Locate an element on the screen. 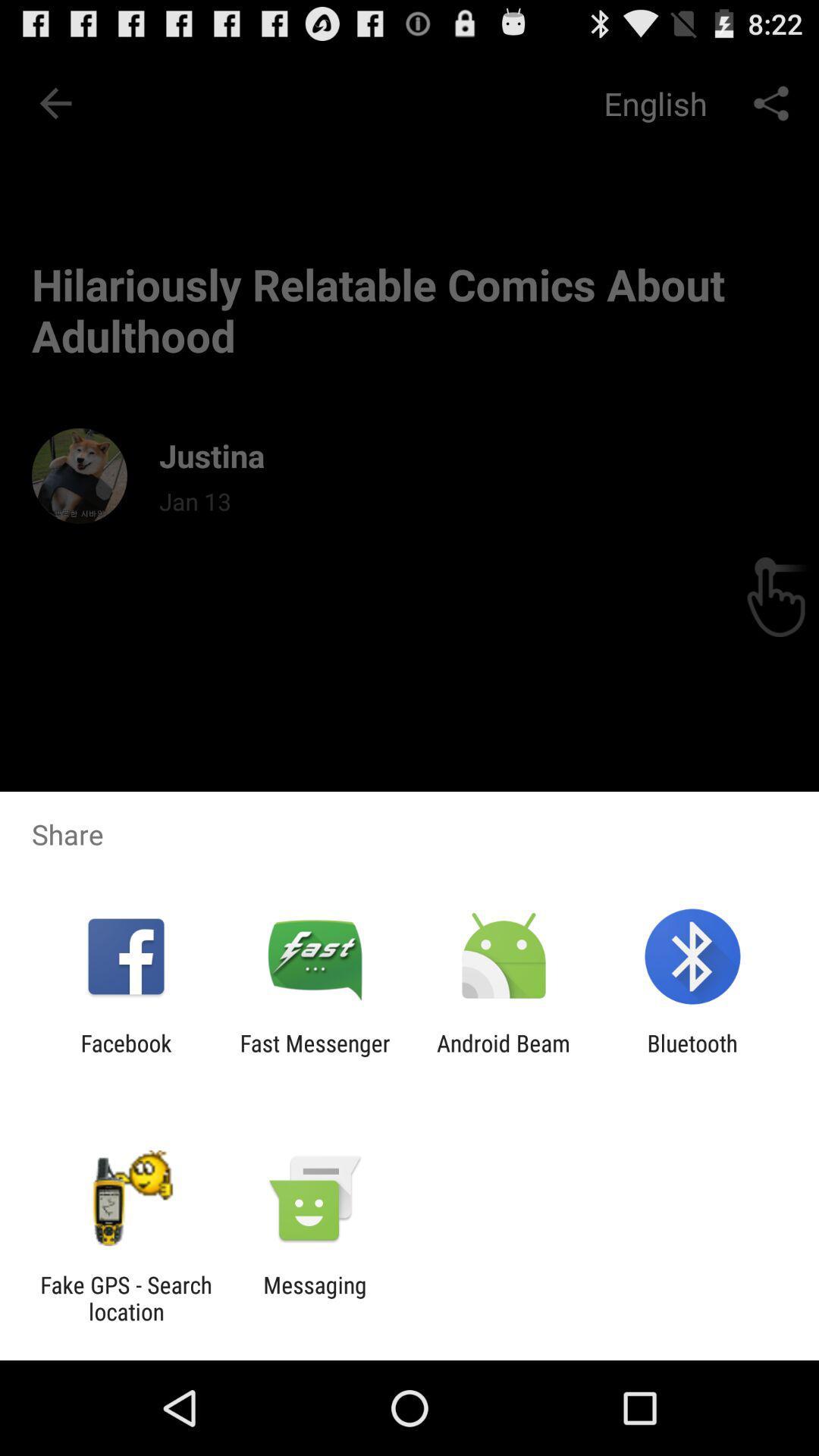 The height and width of the screenshot is (1456, 819). app to the left of the bluetooth item is located at coordinates (504, 1056).